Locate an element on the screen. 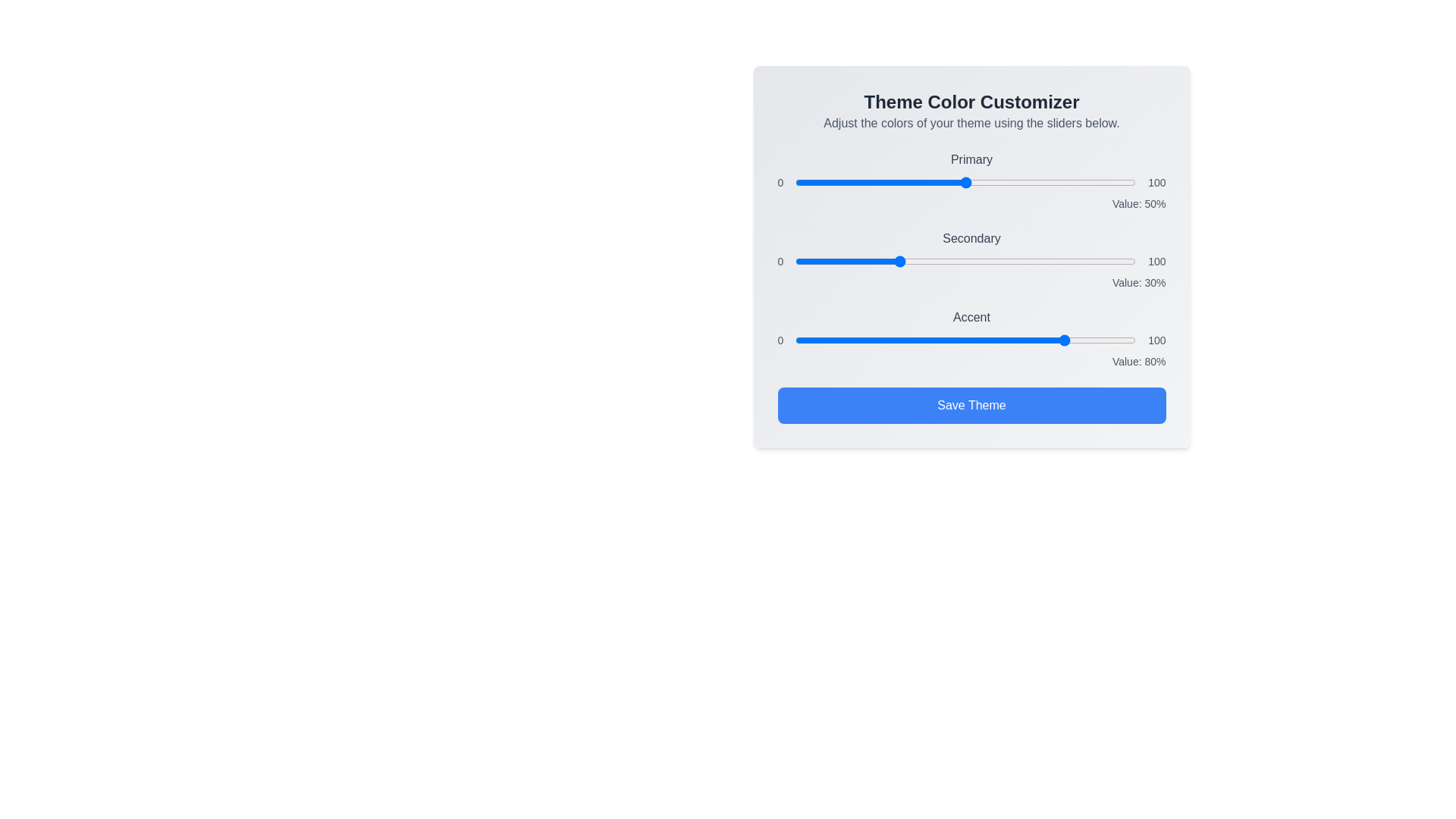 This screenshot has height=819, width=1456. the 'Secondary' color slider to 36% is located at coordinates (917, 260).